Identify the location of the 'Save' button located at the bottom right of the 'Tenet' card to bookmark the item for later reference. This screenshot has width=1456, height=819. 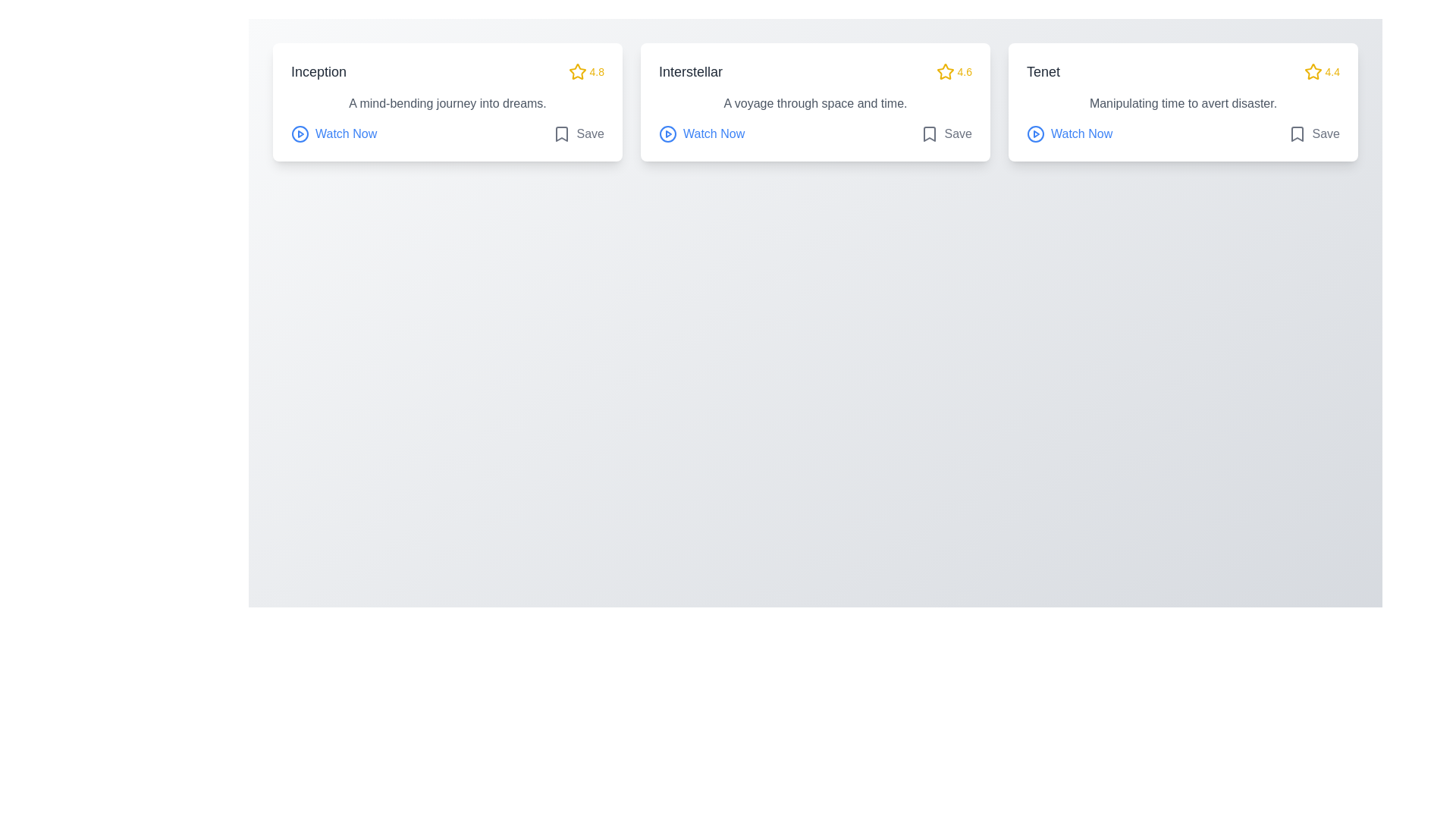
(1313, 133).